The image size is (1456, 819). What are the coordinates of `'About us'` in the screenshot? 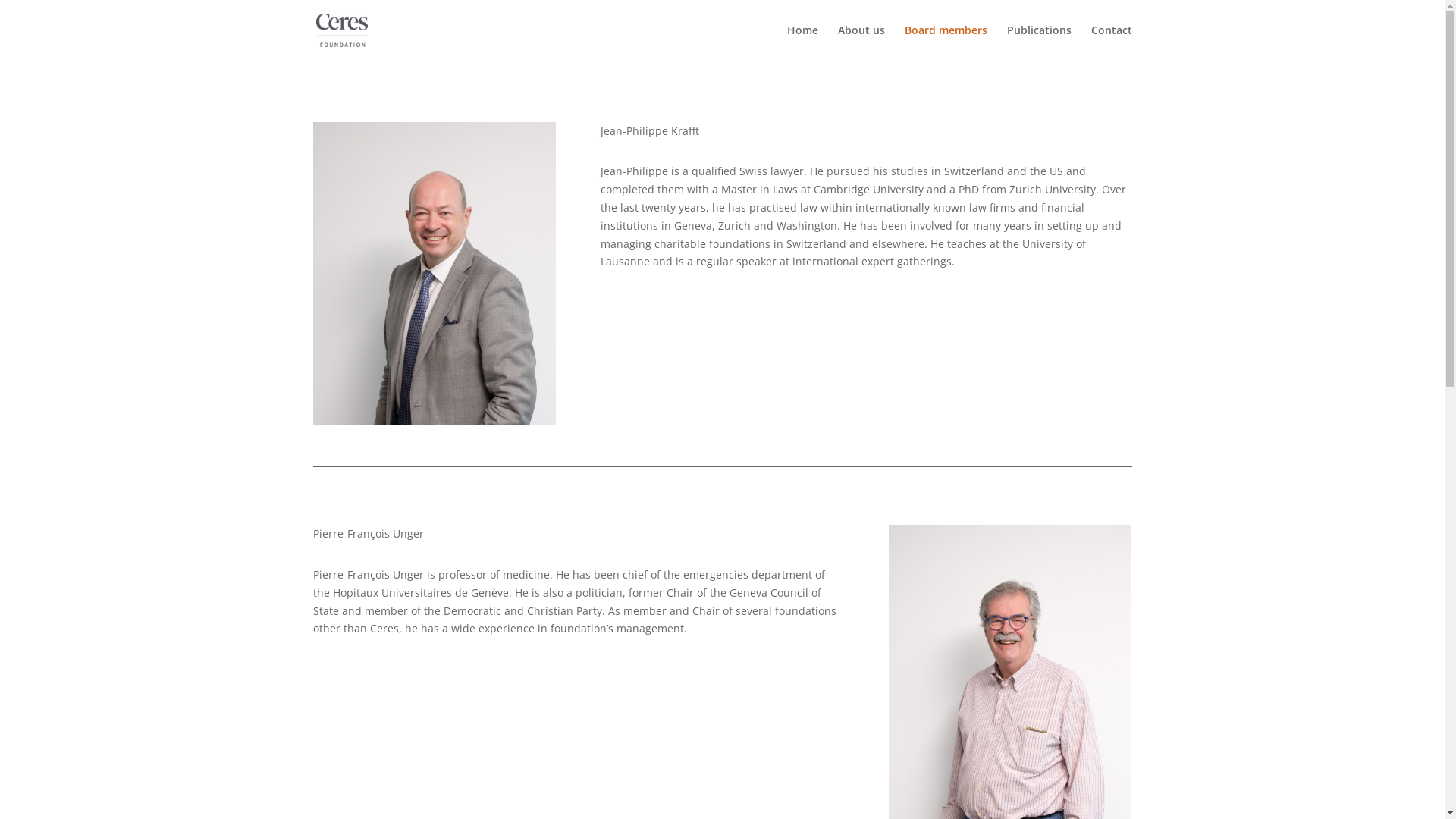 It's located at (860, 42).